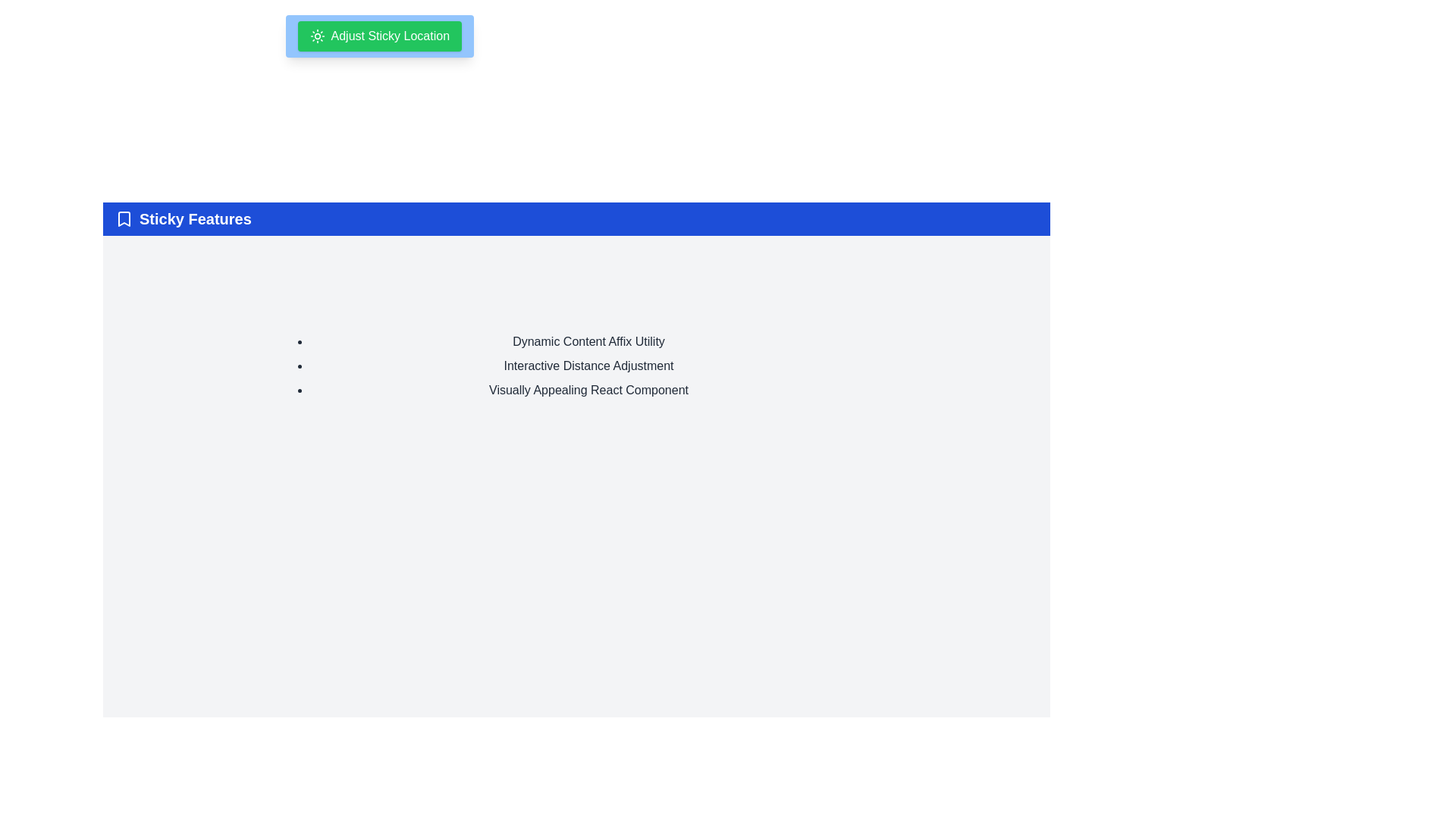 The width and height of the screenshot is (1456, 819). What do you see at coordinates (316, 35) in the screenshot?
I see `the sun icon located on the left side of the 'Adjust Sticky Location' button, characterized by its circular shape and surrounding rays in green and white colors` at bounding box center [316, 35].